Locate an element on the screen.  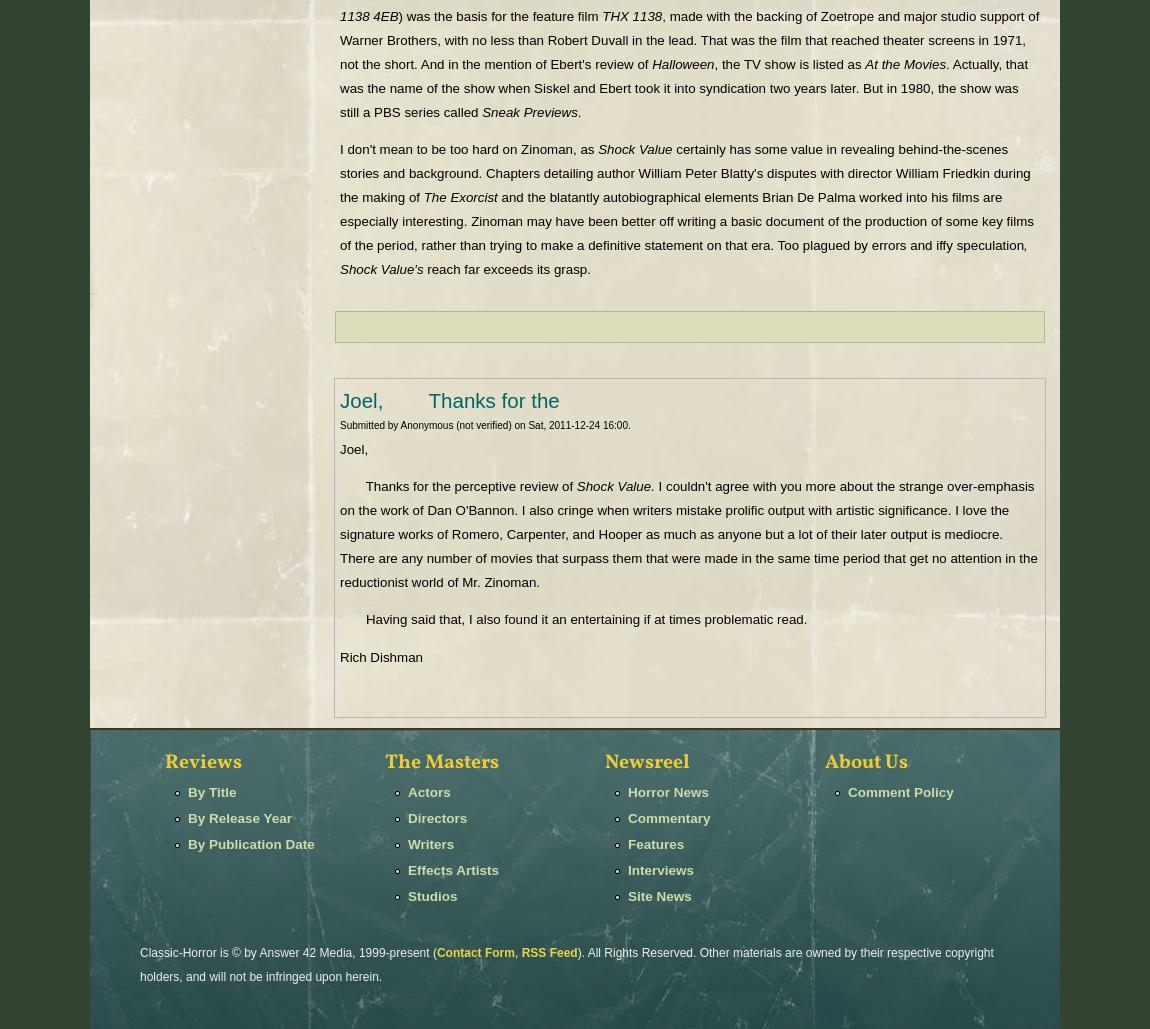
'I don't mean to be too hard on
Zinoman, as' is located at coordinates (468, 149).